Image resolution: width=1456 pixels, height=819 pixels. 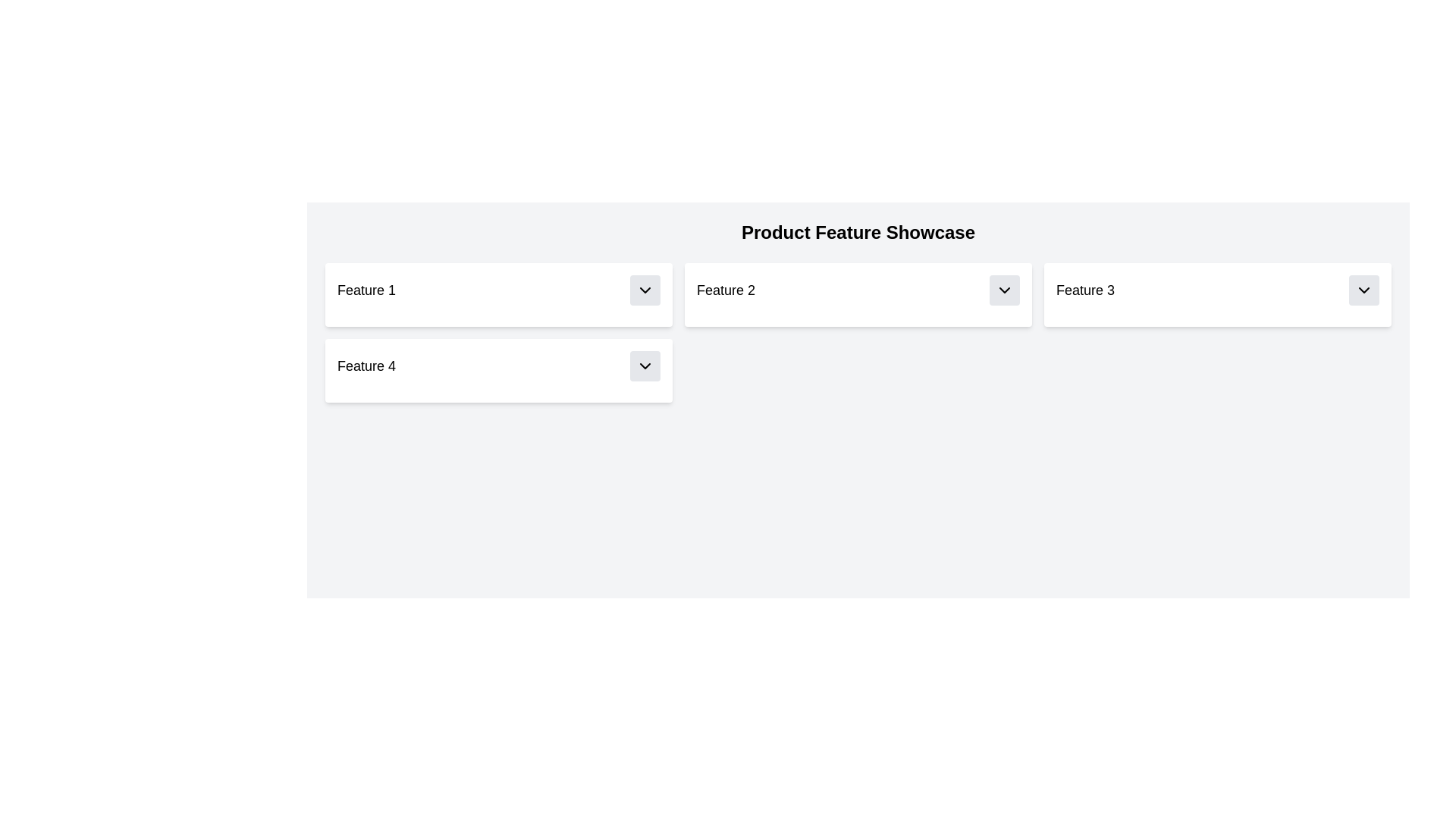 What do you see at coordinates (1364, 290) in the screenshot?
I see `the small button with a downward-facing chevron icon, located to the right of the text 'Feature 3'` at bounding box center [1364, 290].